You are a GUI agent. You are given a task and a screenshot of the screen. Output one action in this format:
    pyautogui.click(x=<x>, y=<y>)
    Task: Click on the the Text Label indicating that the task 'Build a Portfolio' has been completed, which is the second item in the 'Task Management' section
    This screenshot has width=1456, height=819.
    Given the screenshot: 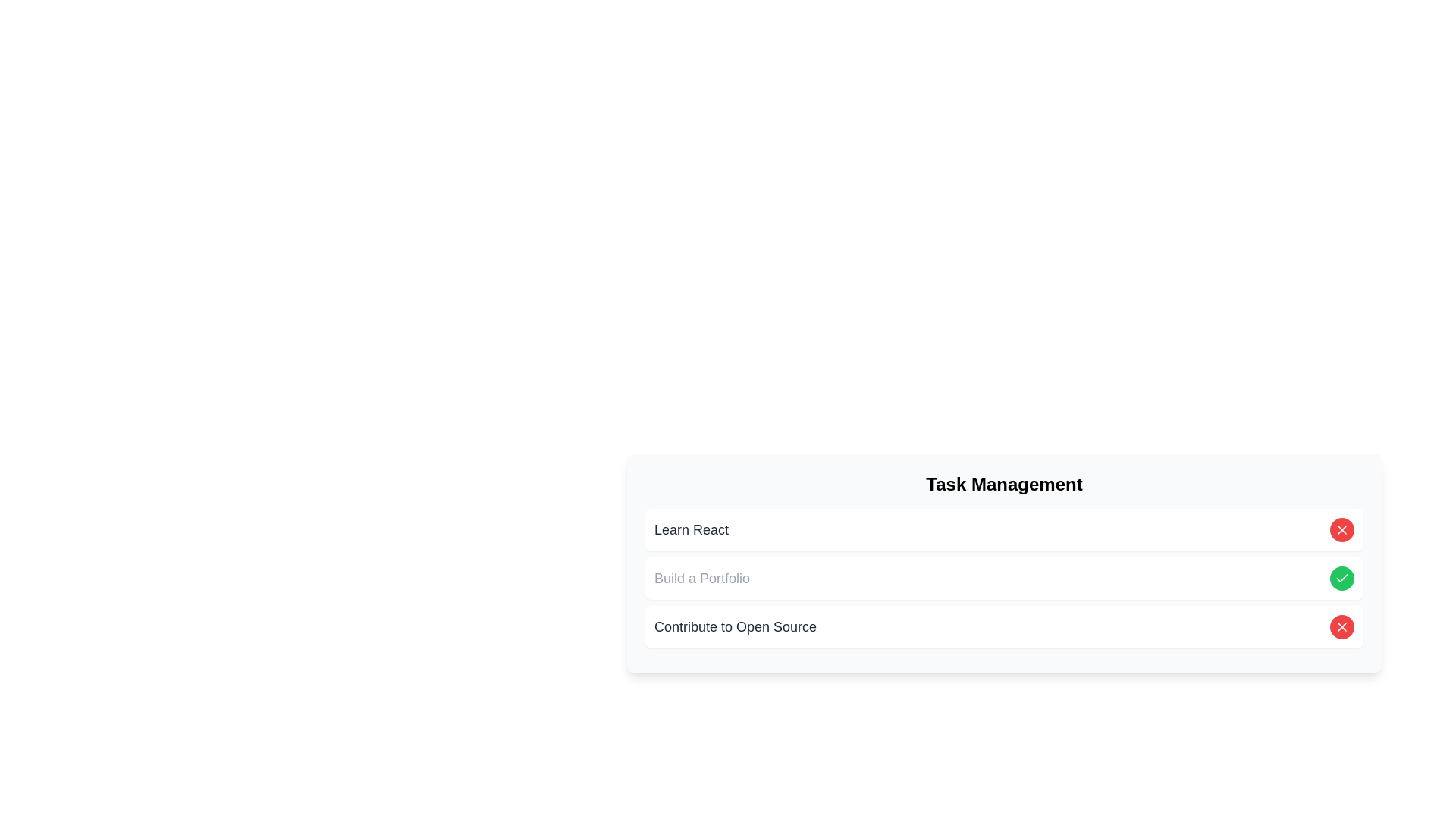 What is the action you would take?
    pyautogui.click(x=701, y=579)
    